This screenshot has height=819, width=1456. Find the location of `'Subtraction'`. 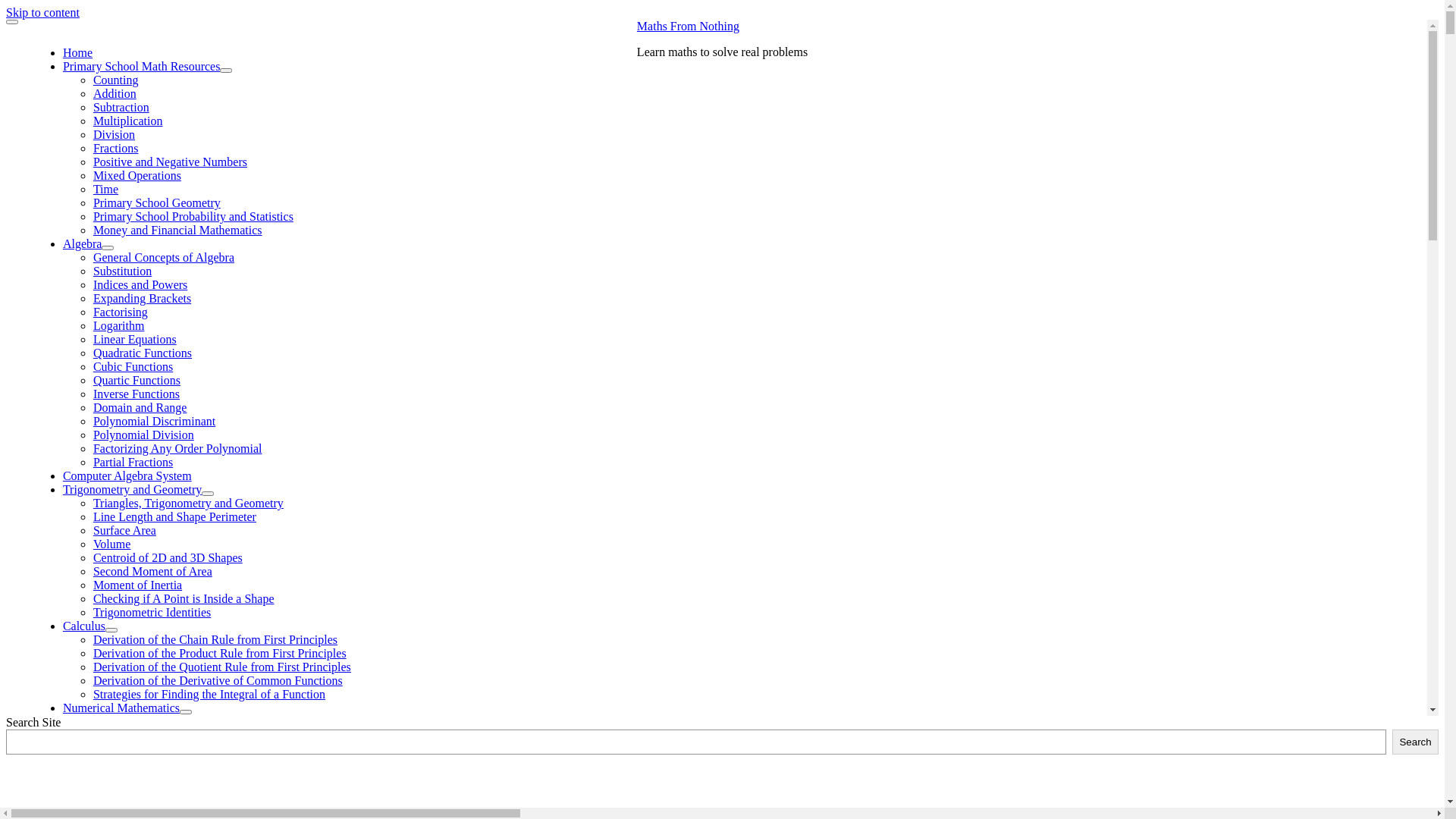

'Subtraction' is located at coordinates (120, 106).